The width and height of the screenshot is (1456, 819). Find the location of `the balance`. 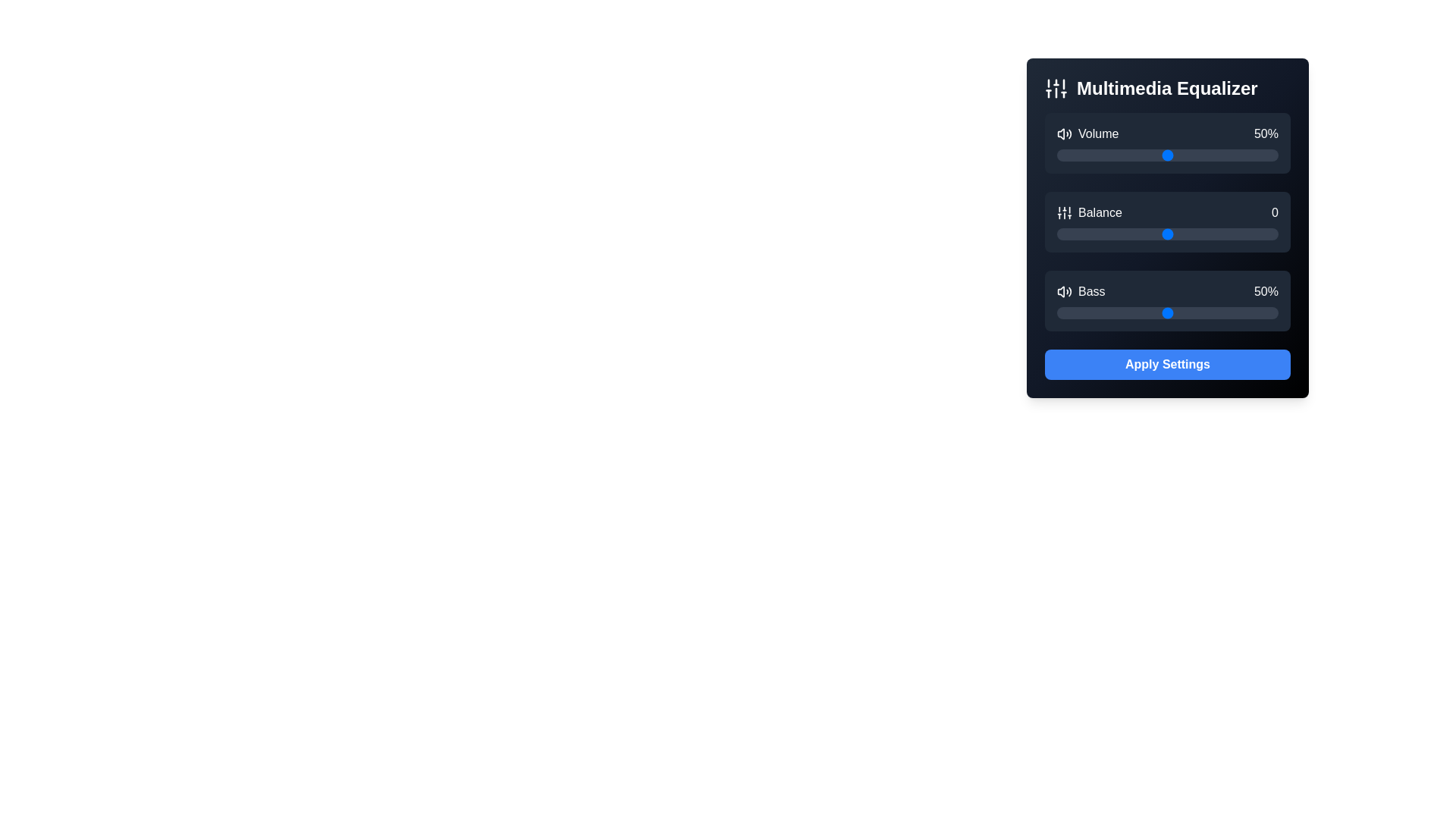

the balance is located at coordinates (1106, 234).